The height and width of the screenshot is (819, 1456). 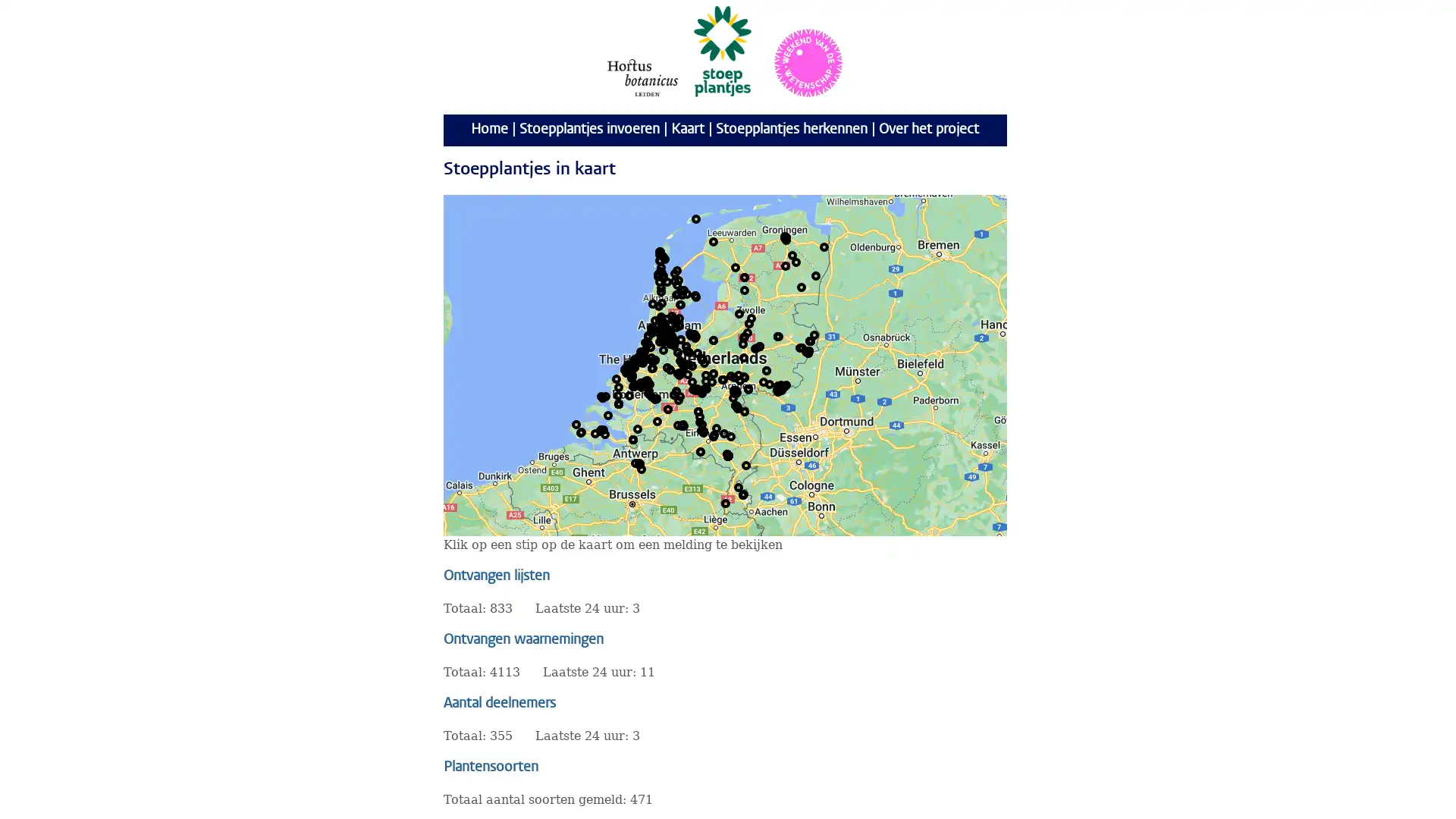 I want to click on Telling van JCD op 23 mei 2022, so click(x=760, y=345).